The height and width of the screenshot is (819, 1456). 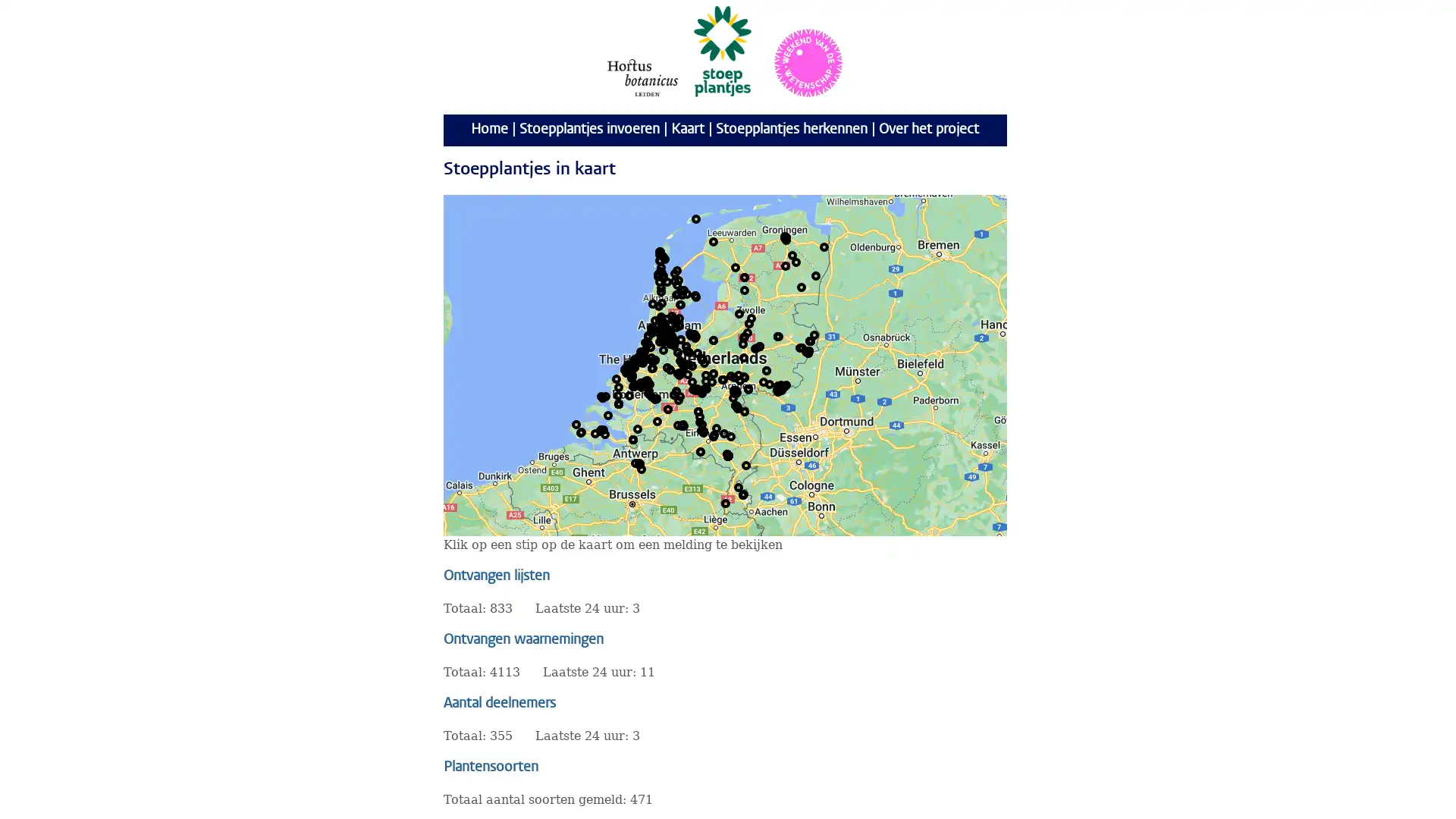 I want to click on Telling van JCD op 23 mei 2022, so click(x=760, y=345).